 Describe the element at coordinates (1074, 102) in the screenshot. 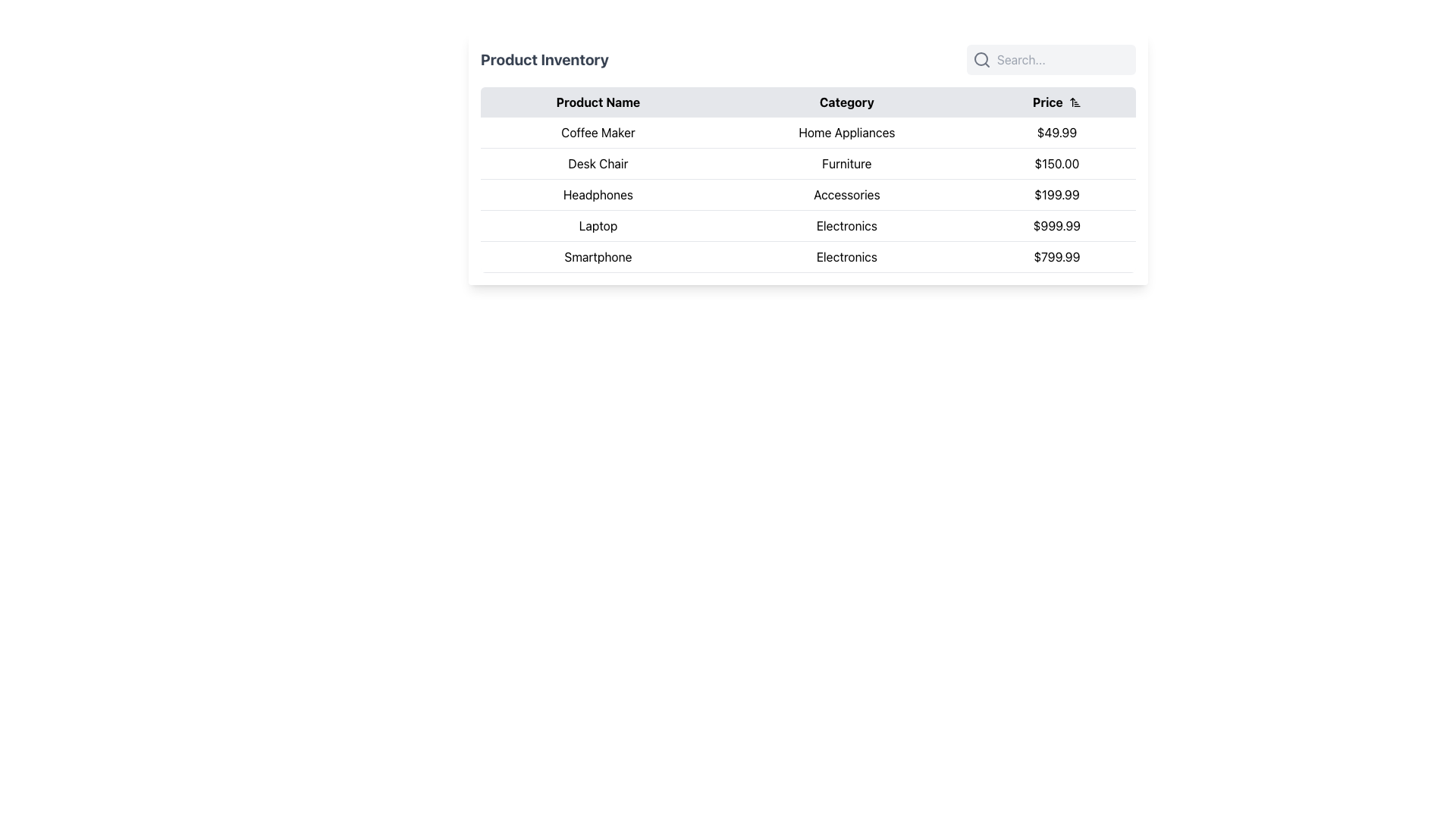

I see `the sorting toggle icon for the 'Price' column header` at that location.